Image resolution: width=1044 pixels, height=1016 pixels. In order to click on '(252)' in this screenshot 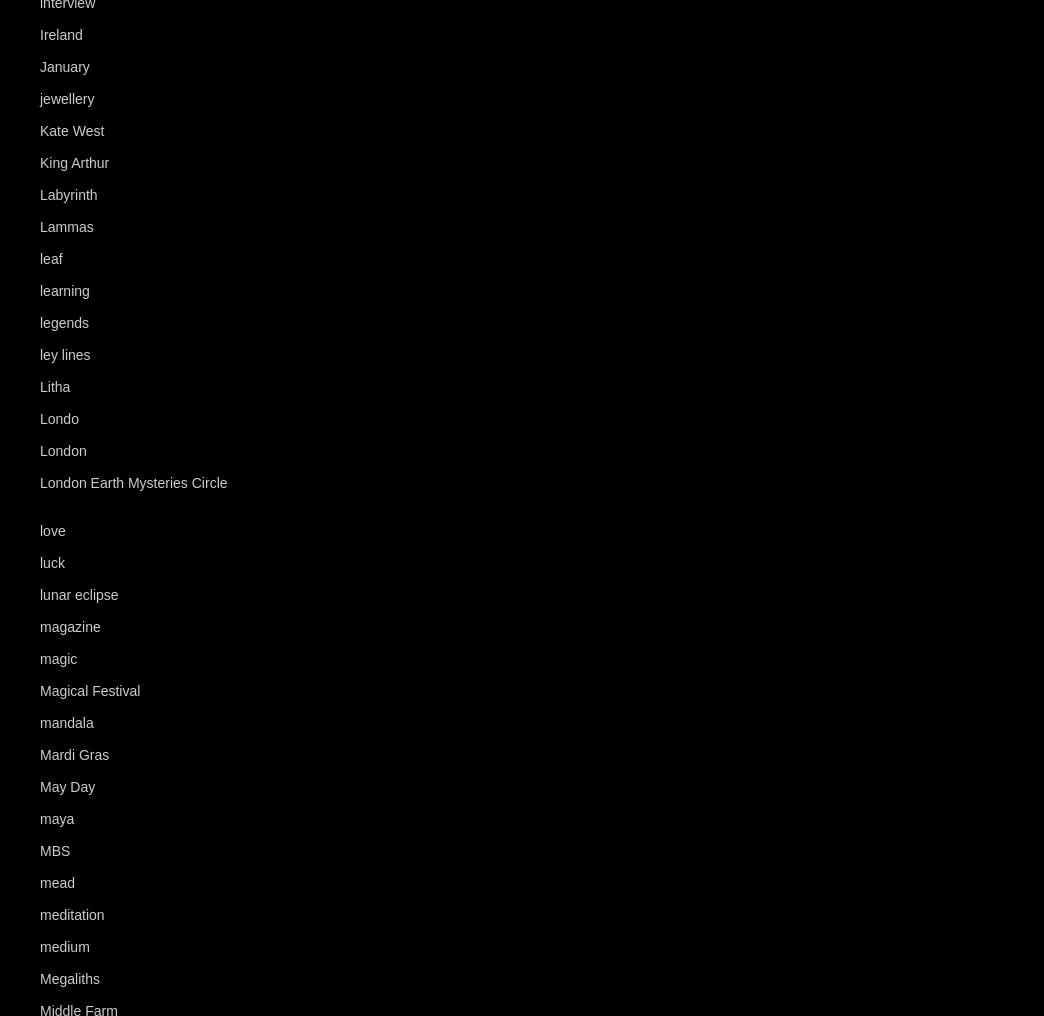, I will do `click(109, 289)`.